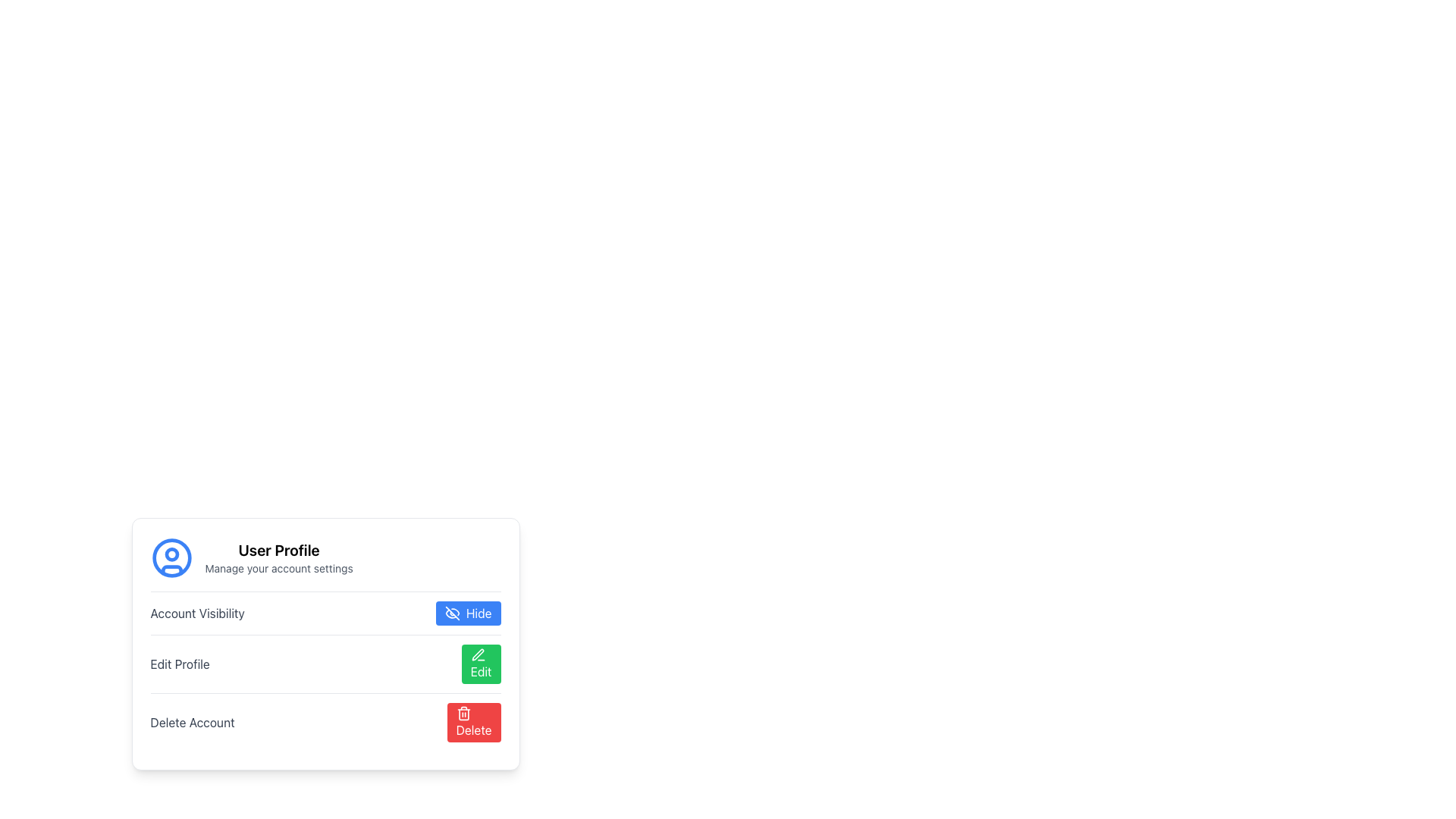  I want to click on the small blue circular icon that represents the head of a person in the user profile image, which is centered within the larger circular structure, so click(171, 554).